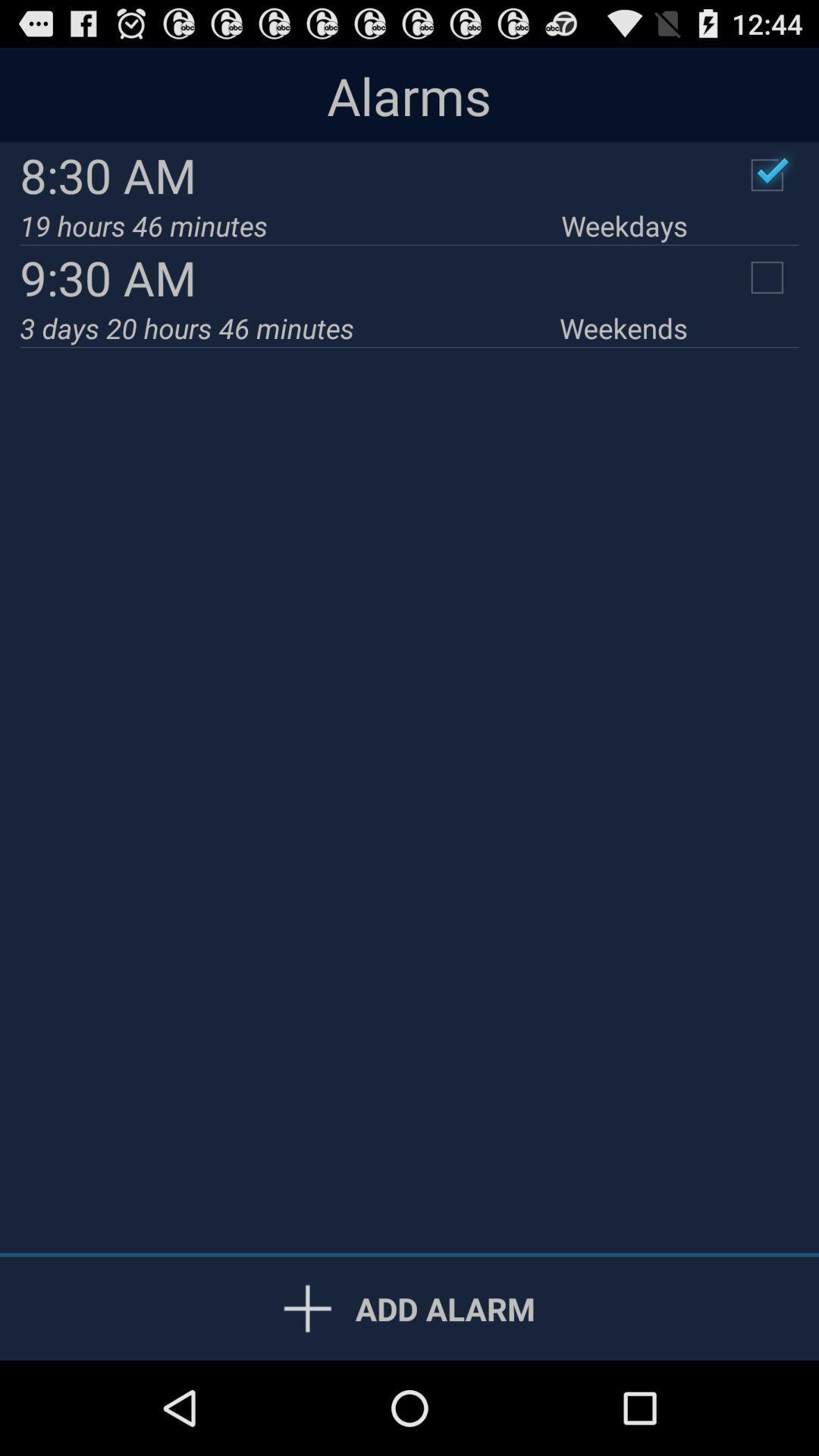 The height and width of the screenshot is (1456, 819). What do you see at coordinates (767, 174) in the screenshot?
I see `alarm` at bounding box center [767, 174].